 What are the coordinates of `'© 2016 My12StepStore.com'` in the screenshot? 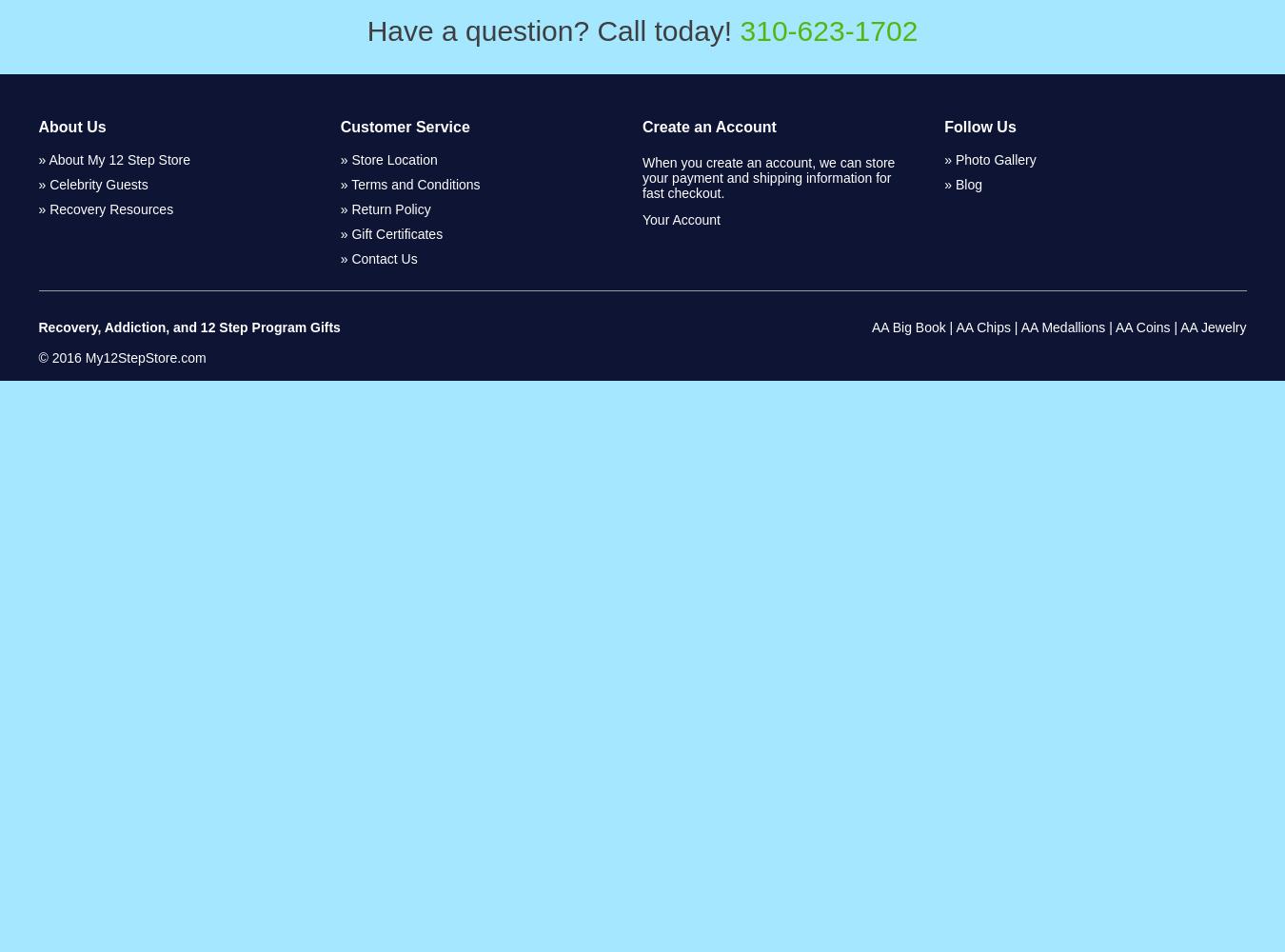 It's located at (121, 358).